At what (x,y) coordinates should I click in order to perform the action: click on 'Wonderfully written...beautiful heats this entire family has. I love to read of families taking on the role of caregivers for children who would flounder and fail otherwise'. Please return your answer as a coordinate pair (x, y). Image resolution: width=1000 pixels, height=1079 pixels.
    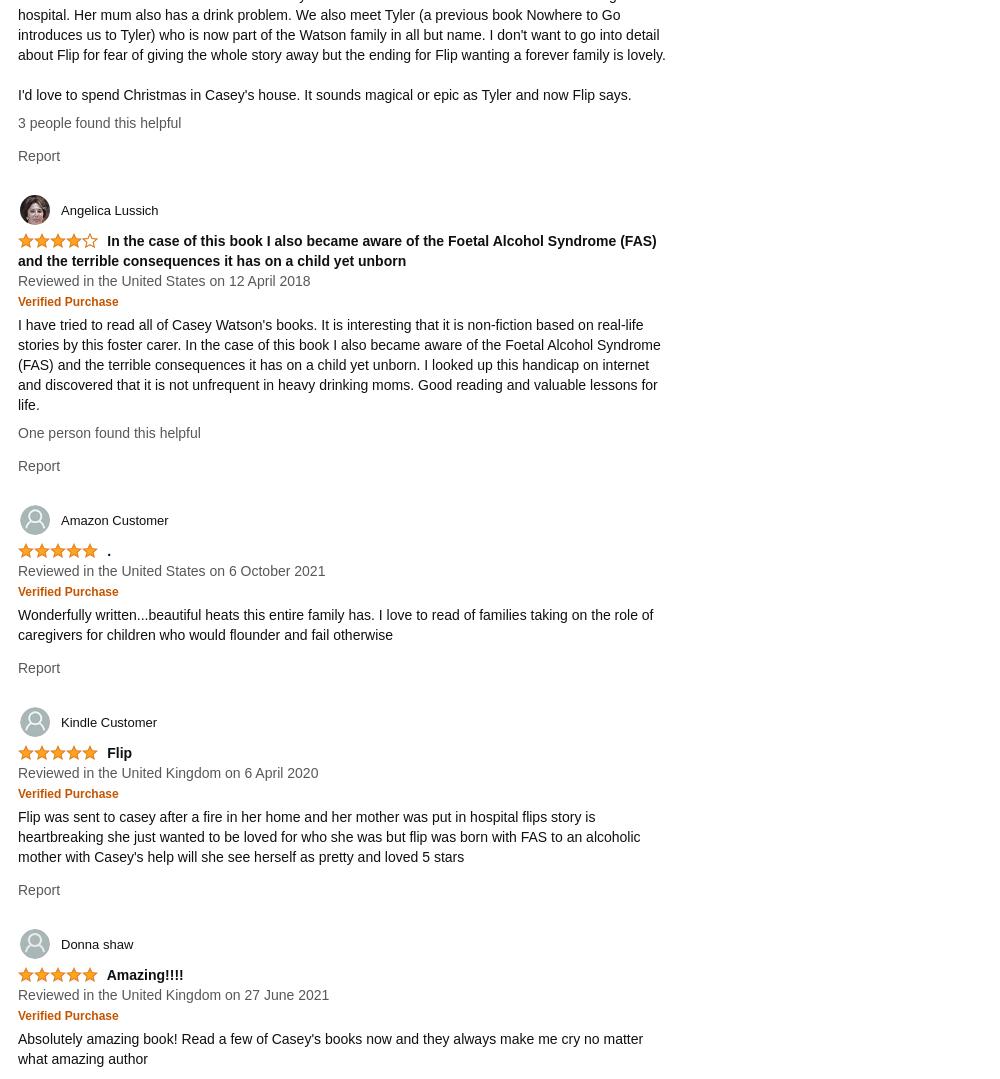
    Looking at the image, I should click on (18, 623).